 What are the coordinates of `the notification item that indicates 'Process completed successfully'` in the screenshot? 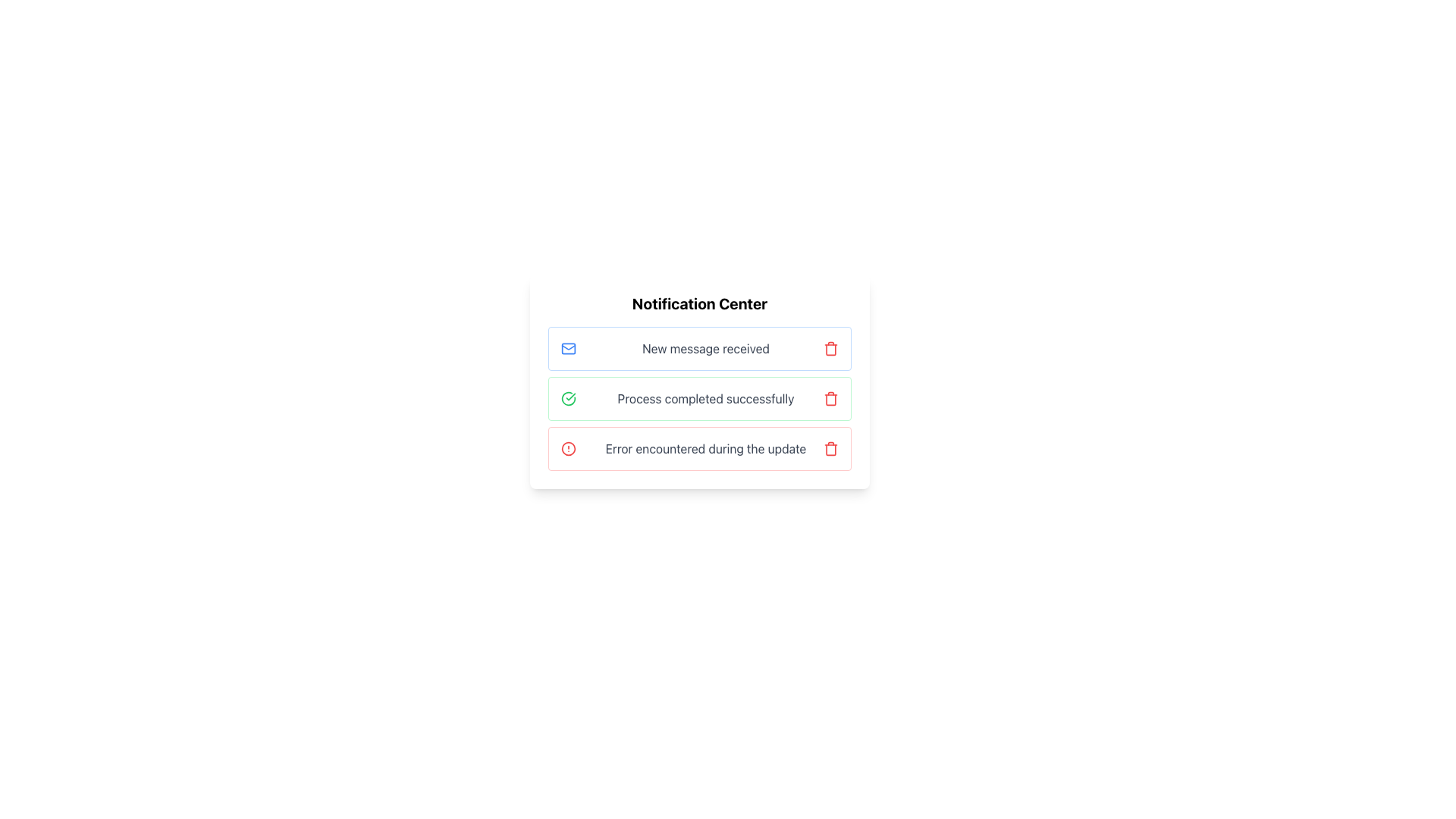 It's located at (698, 397).